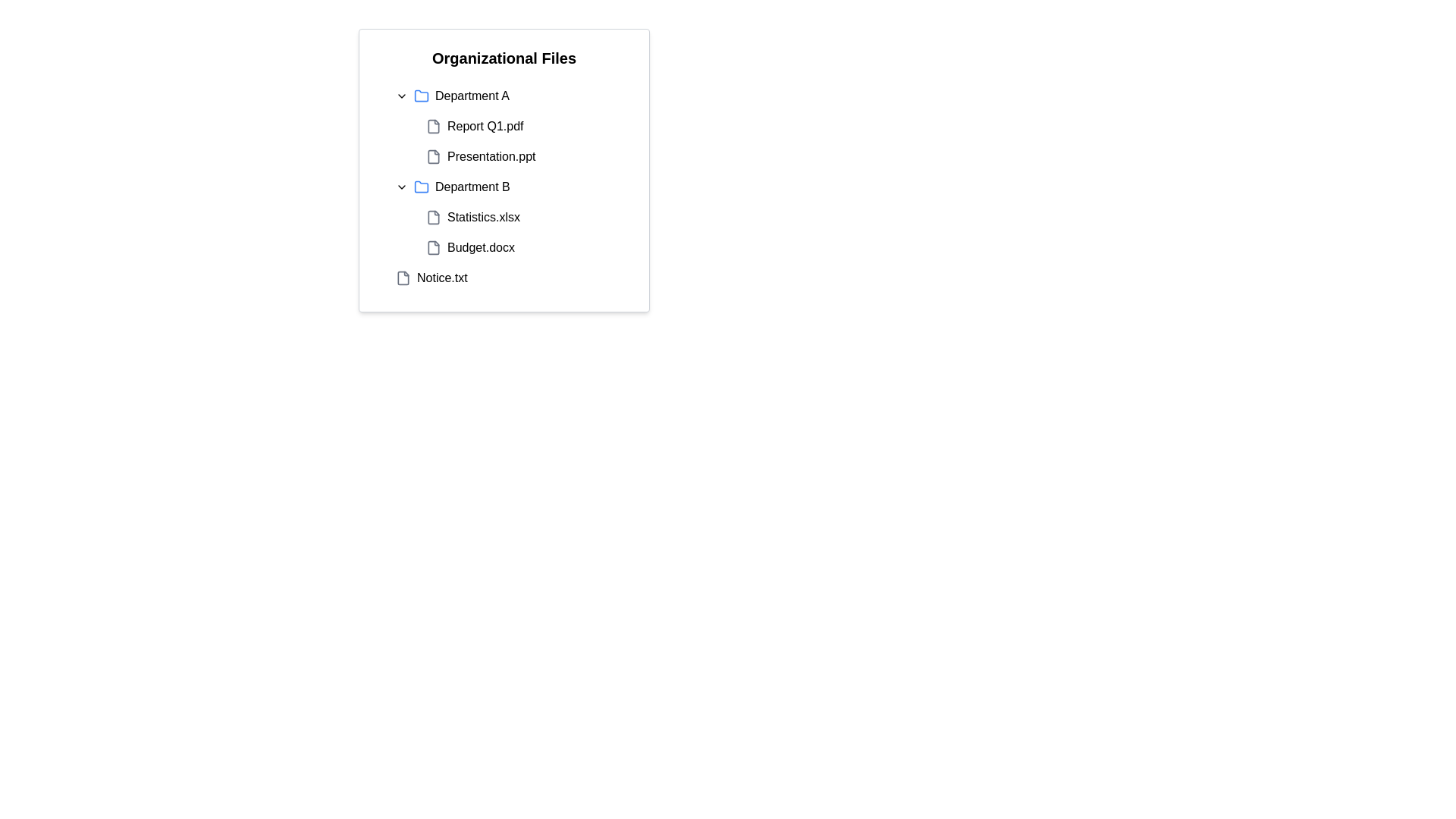  Describe the element at coordinates (491, 157) in the screenshot. I see `the Text label representing the file 'Presentation.ppt', which is the second item under the 'Department A' section of the hierarchical list` at that location.